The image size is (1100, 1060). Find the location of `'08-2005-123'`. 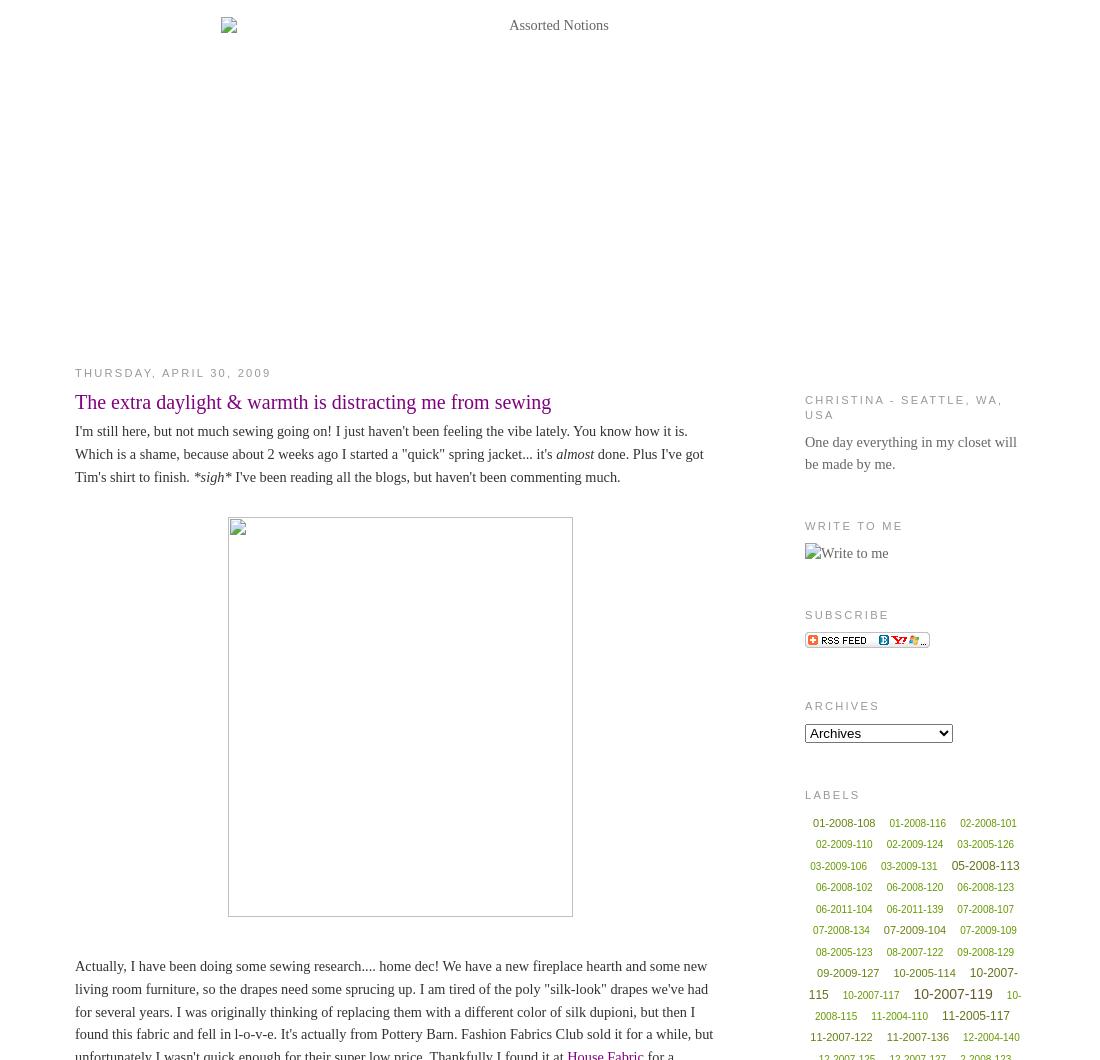

'08-2005-123' is located at coordinates (814, 950).